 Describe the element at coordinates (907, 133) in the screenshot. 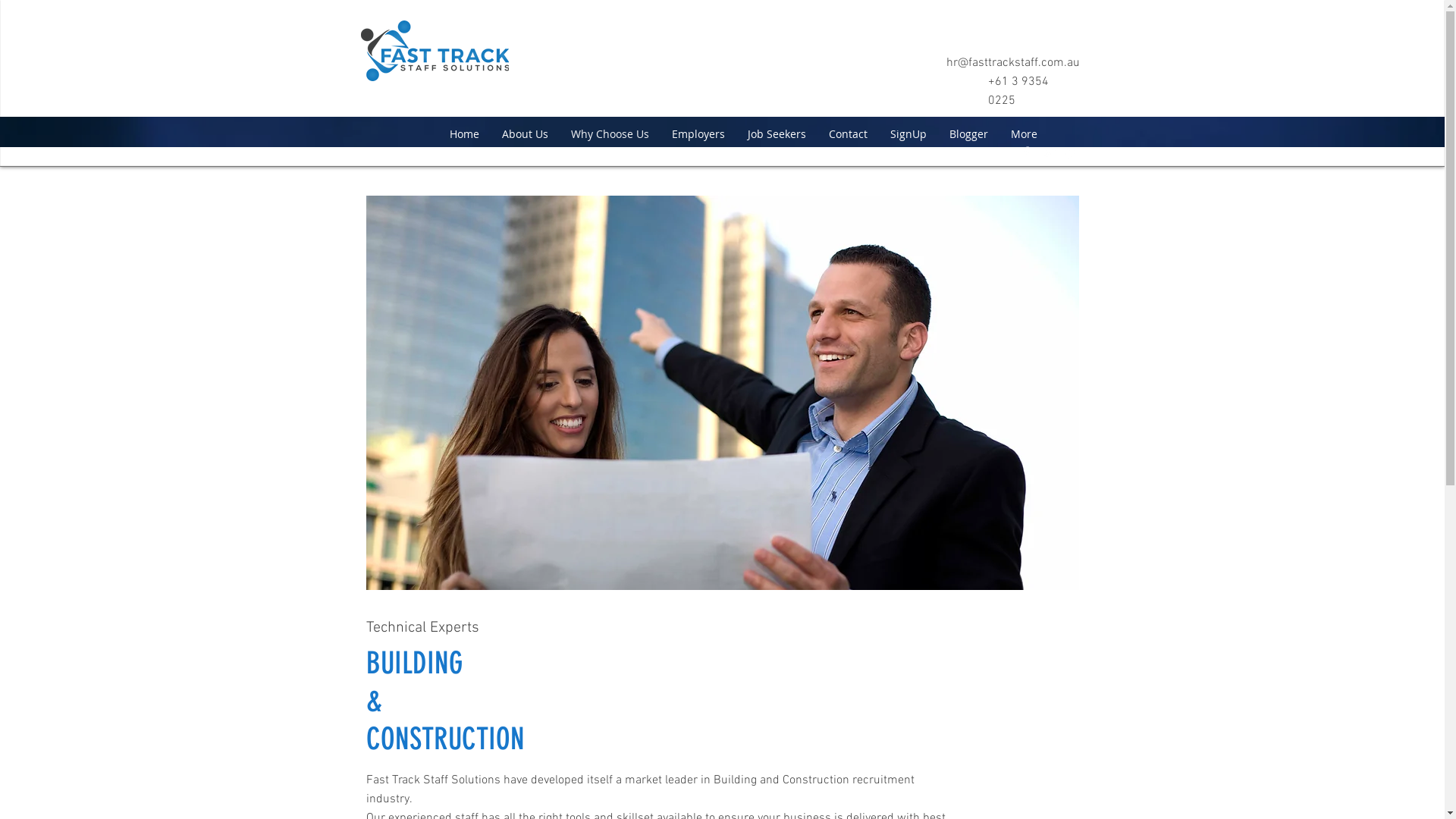

I see `'SignUp'` at that location.